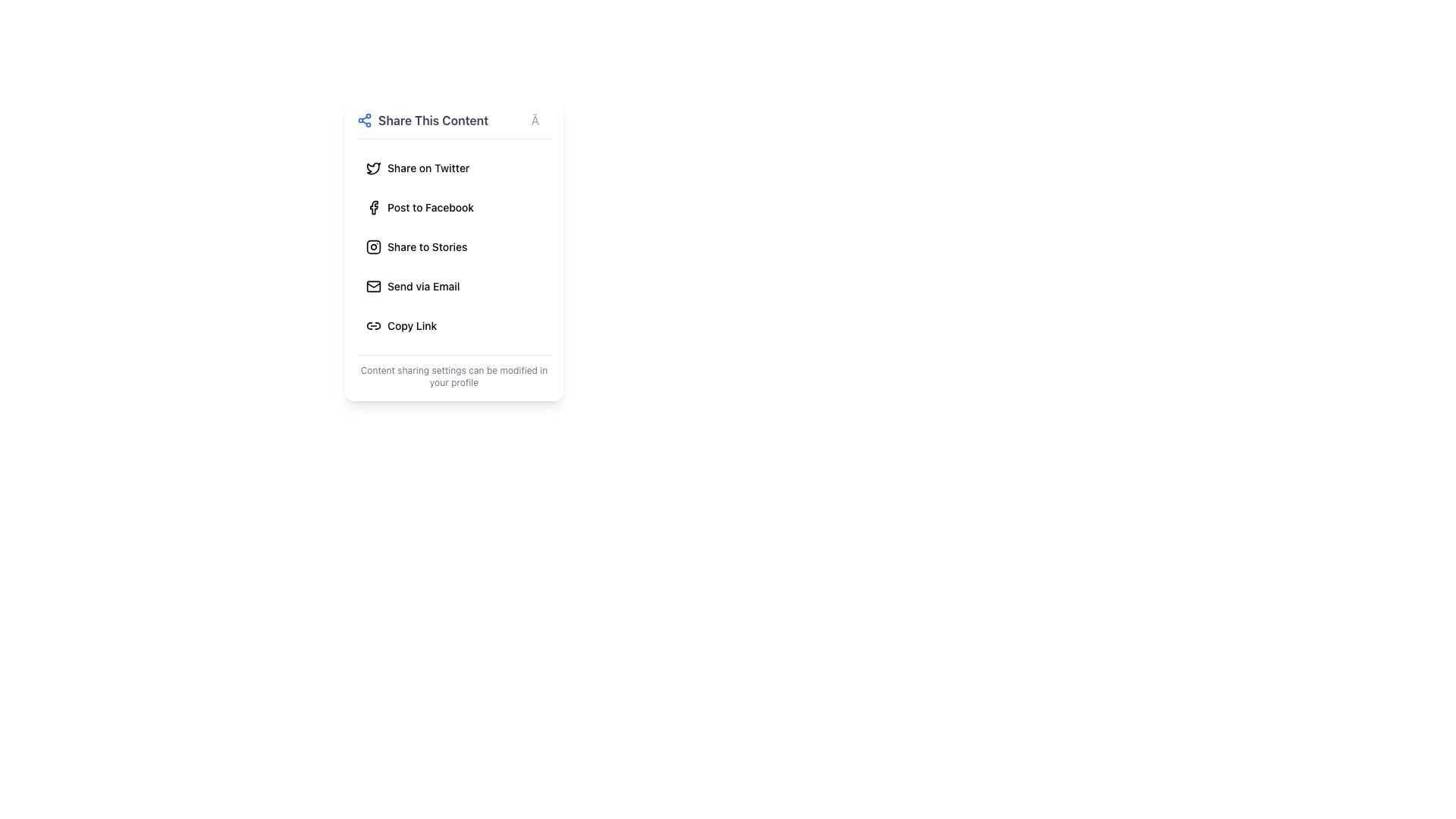  What do you see at coordinates (374, 287) in the screenshot?
I see `the envelope icon representing the 'Send via Email' option in the sharing menu` at bounding box center [374, 287].